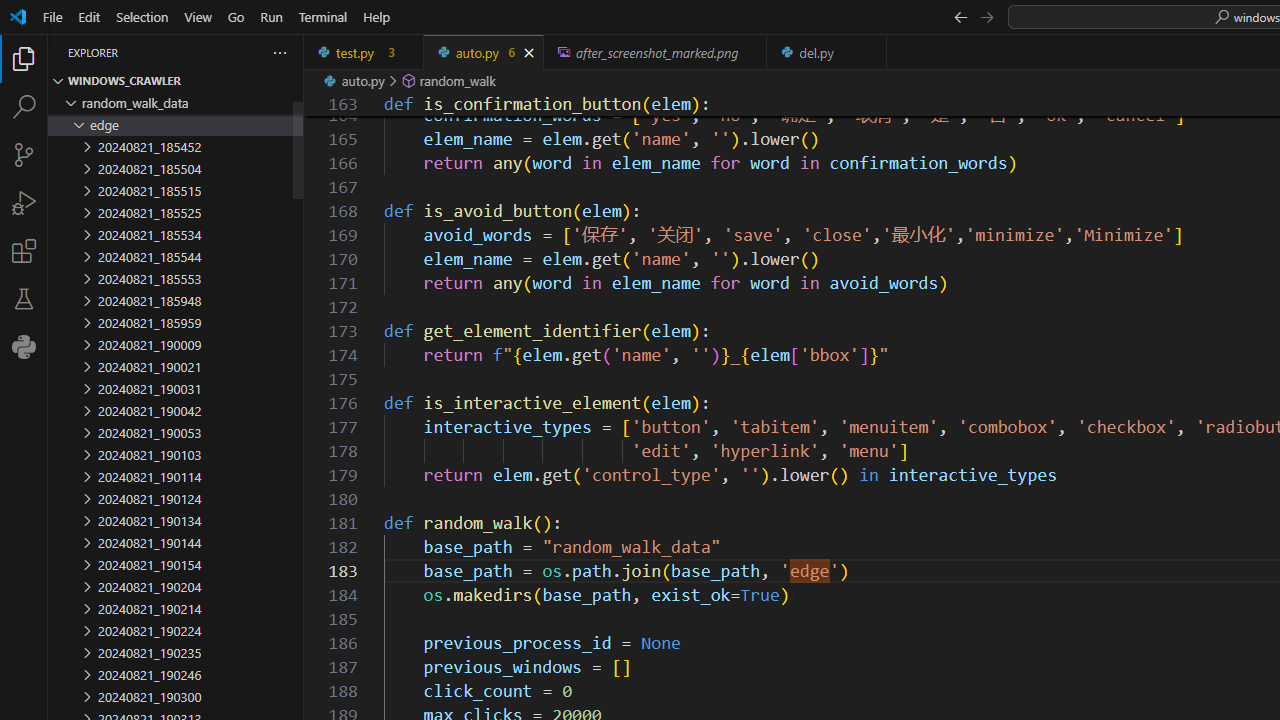 The height and width of the screenshot is (720, 1280). I want to click on 'Explorer Section: windows_crawler', so click(176, 80).